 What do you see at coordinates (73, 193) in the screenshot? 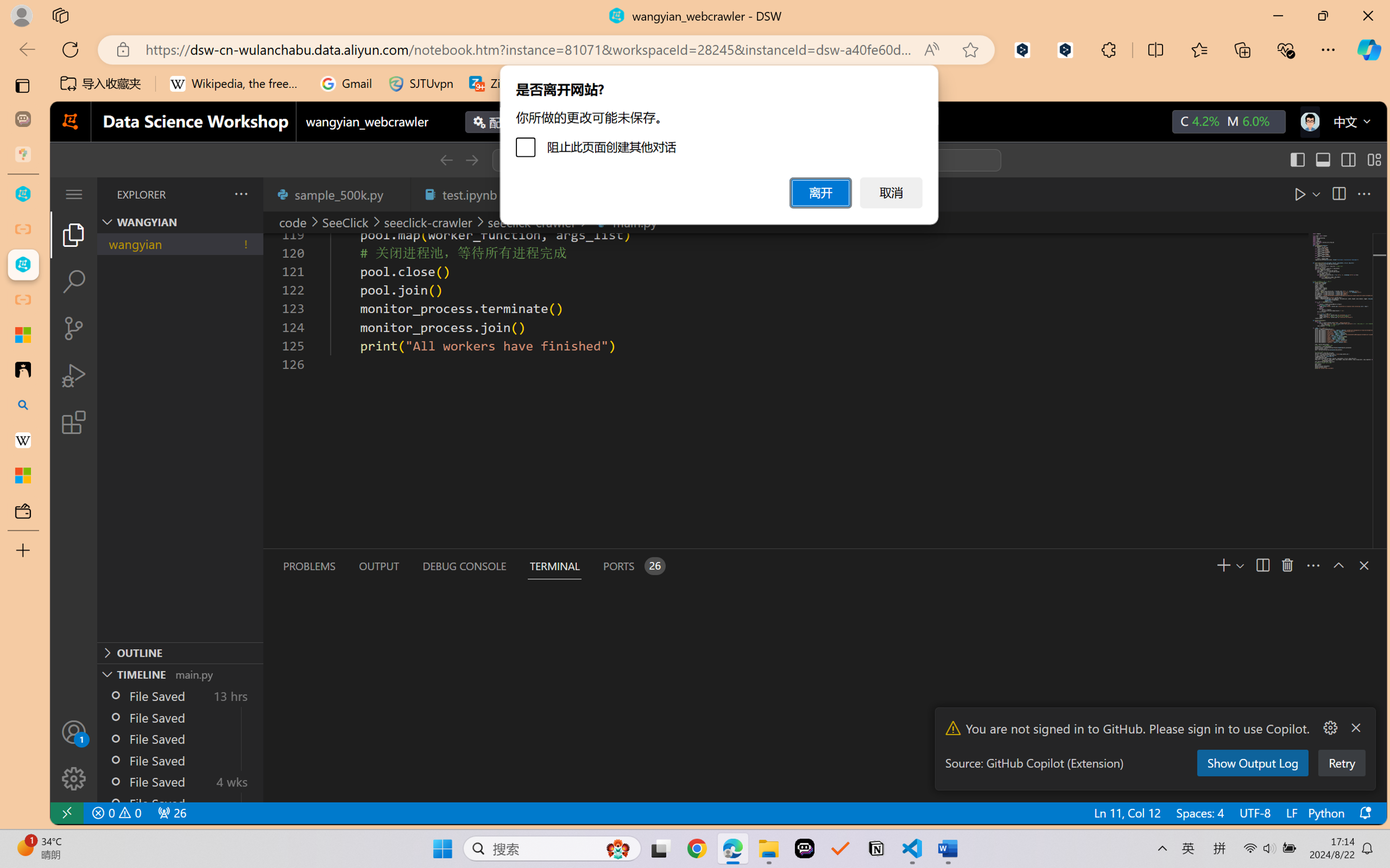
I see `'Class: menubar compact overflow-menu-only'` at bounding box center [73, 193].